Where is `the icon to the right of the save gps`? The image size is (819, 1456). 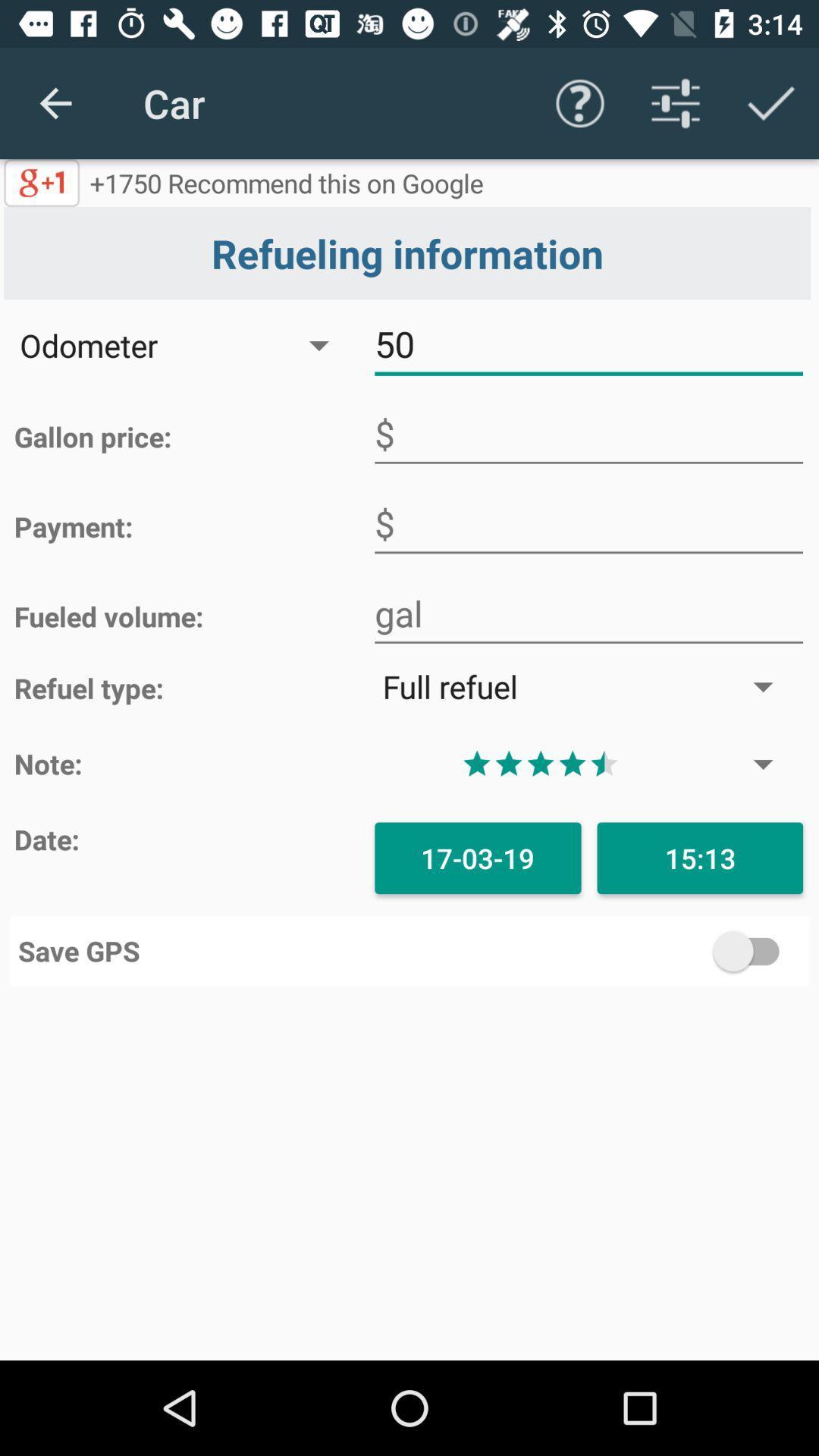
the icon to the right of the save gps is located at coordinates (604, 950).